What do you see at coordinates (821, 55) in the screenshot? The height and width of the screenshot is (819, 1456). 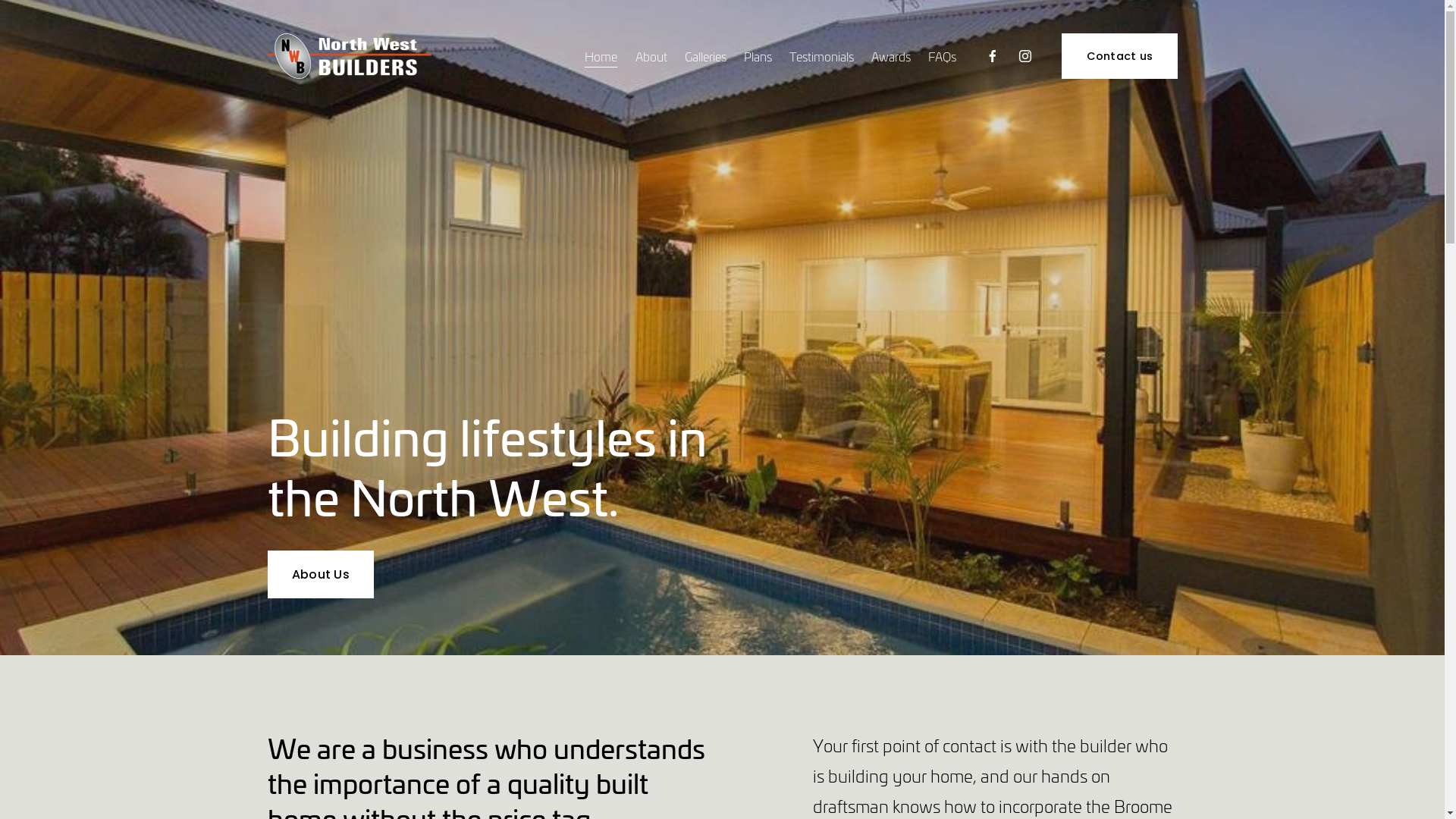 I see `'Testimonials'` at bounding box center [821, 55].